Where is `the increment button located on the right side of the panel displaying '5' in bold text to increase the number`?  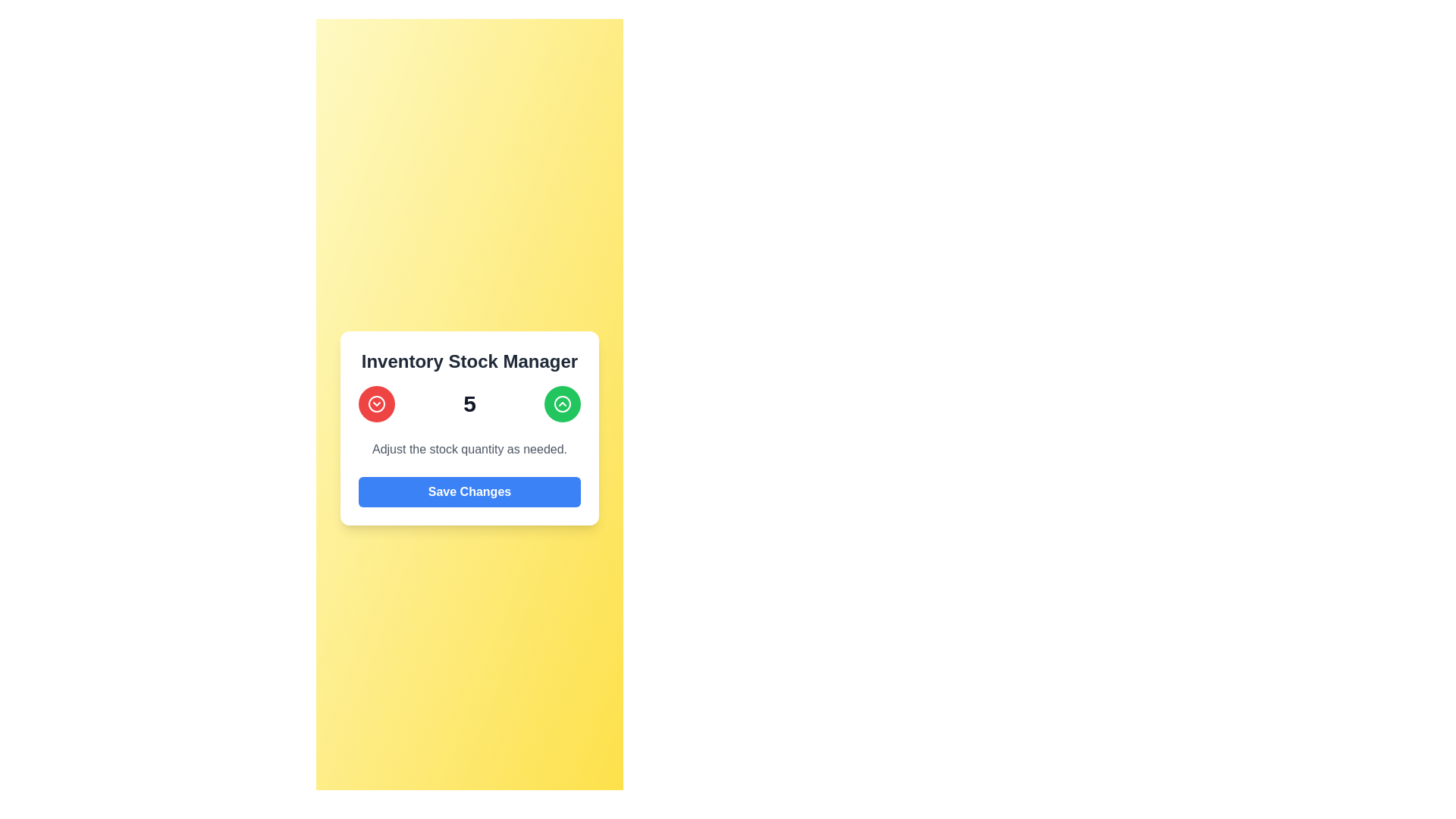
the increment button located on the right side of the panel displaying '5' in bold text to increase the number is located at coordinates (562, 403).